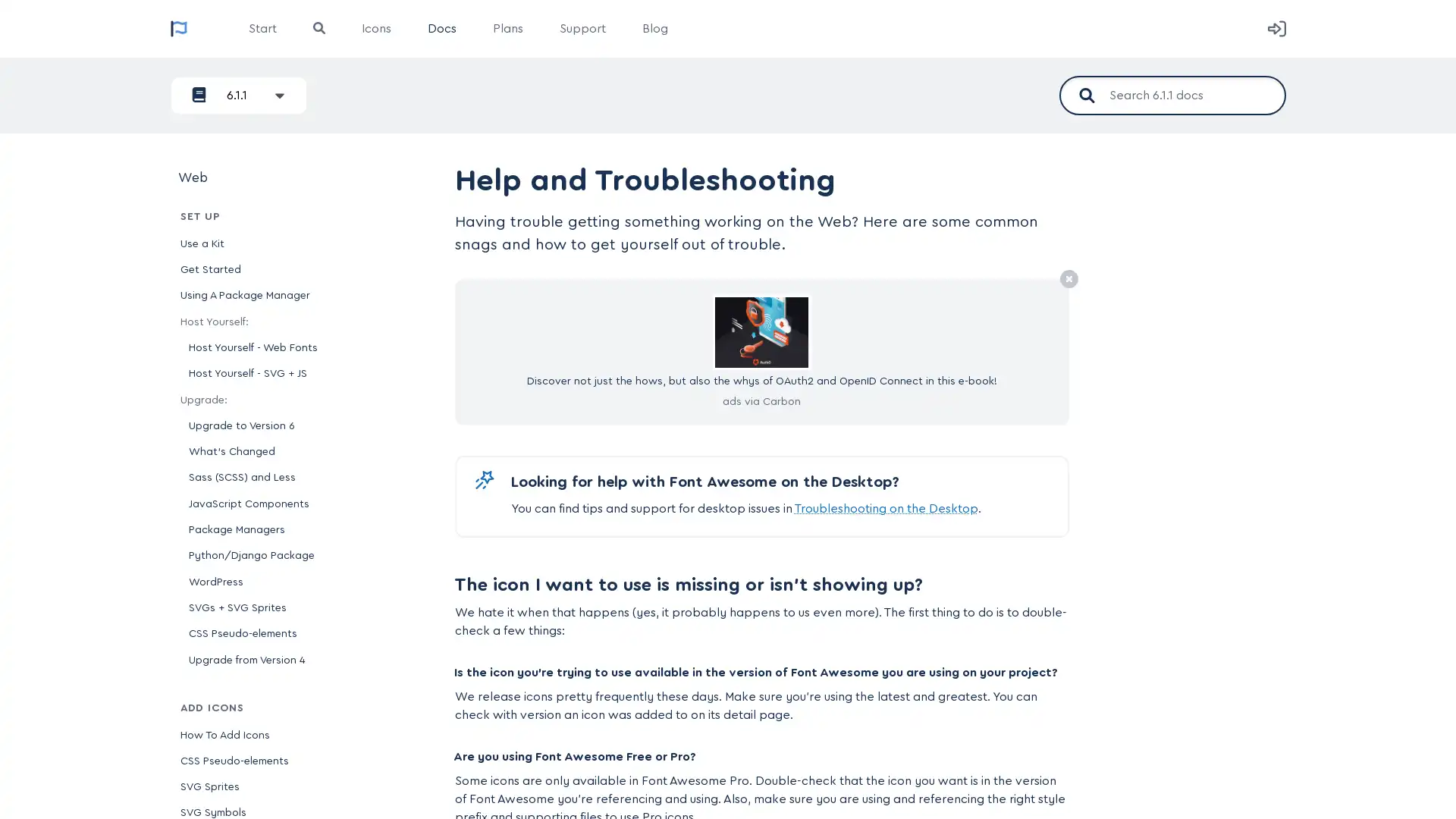  What do you see at coordinates (1068, 280) in the screenshot?
I see `Remove Ad` at bounding box center [1068, 280].